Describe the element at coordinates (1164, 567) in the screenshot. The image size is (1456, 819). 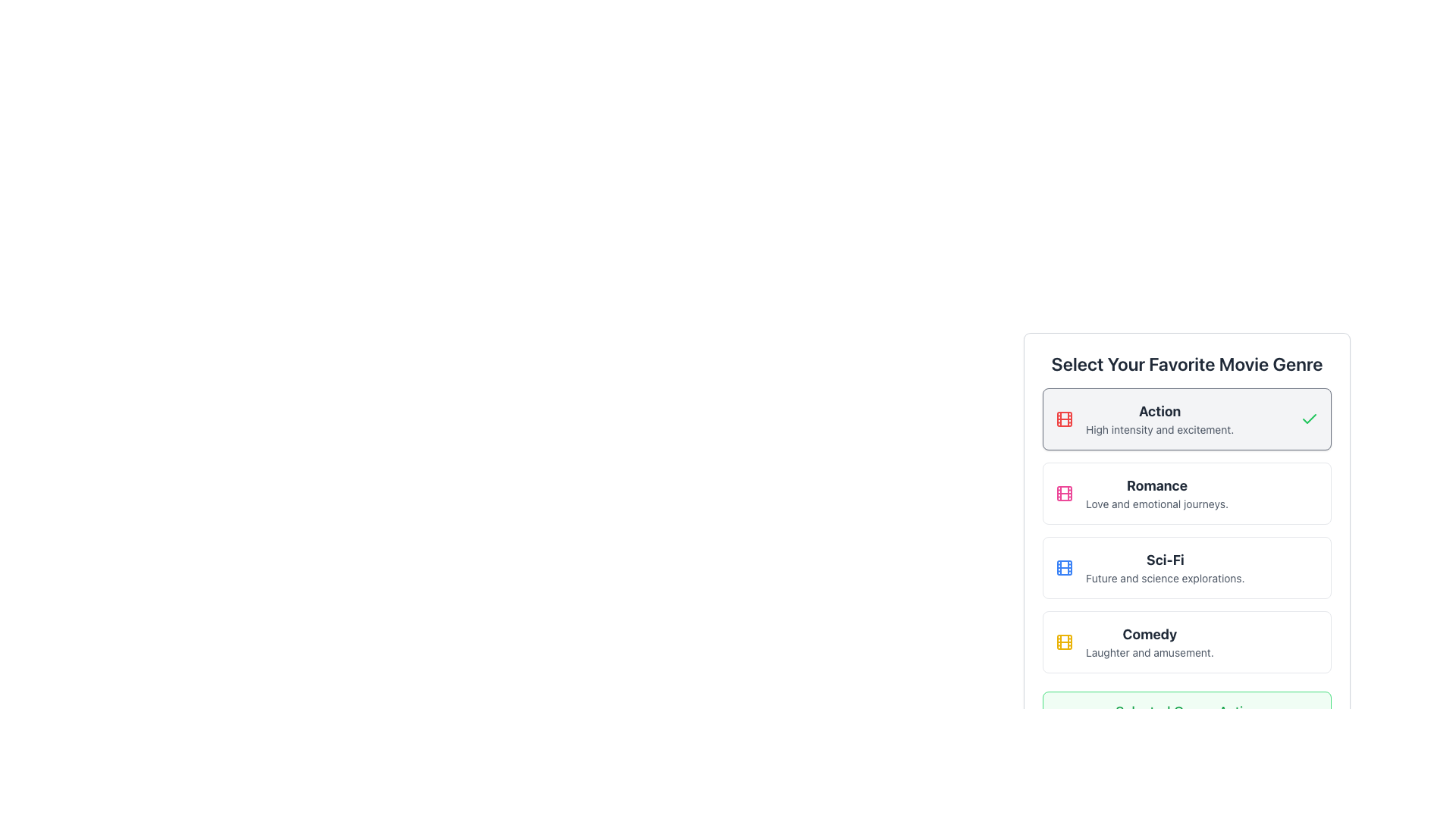
I see `the 'Sci-Fi' text block, which features a bold title and a subtitle, located in the third row of a vertical list of options between 'Romance' and 'Comedy'` at that location.